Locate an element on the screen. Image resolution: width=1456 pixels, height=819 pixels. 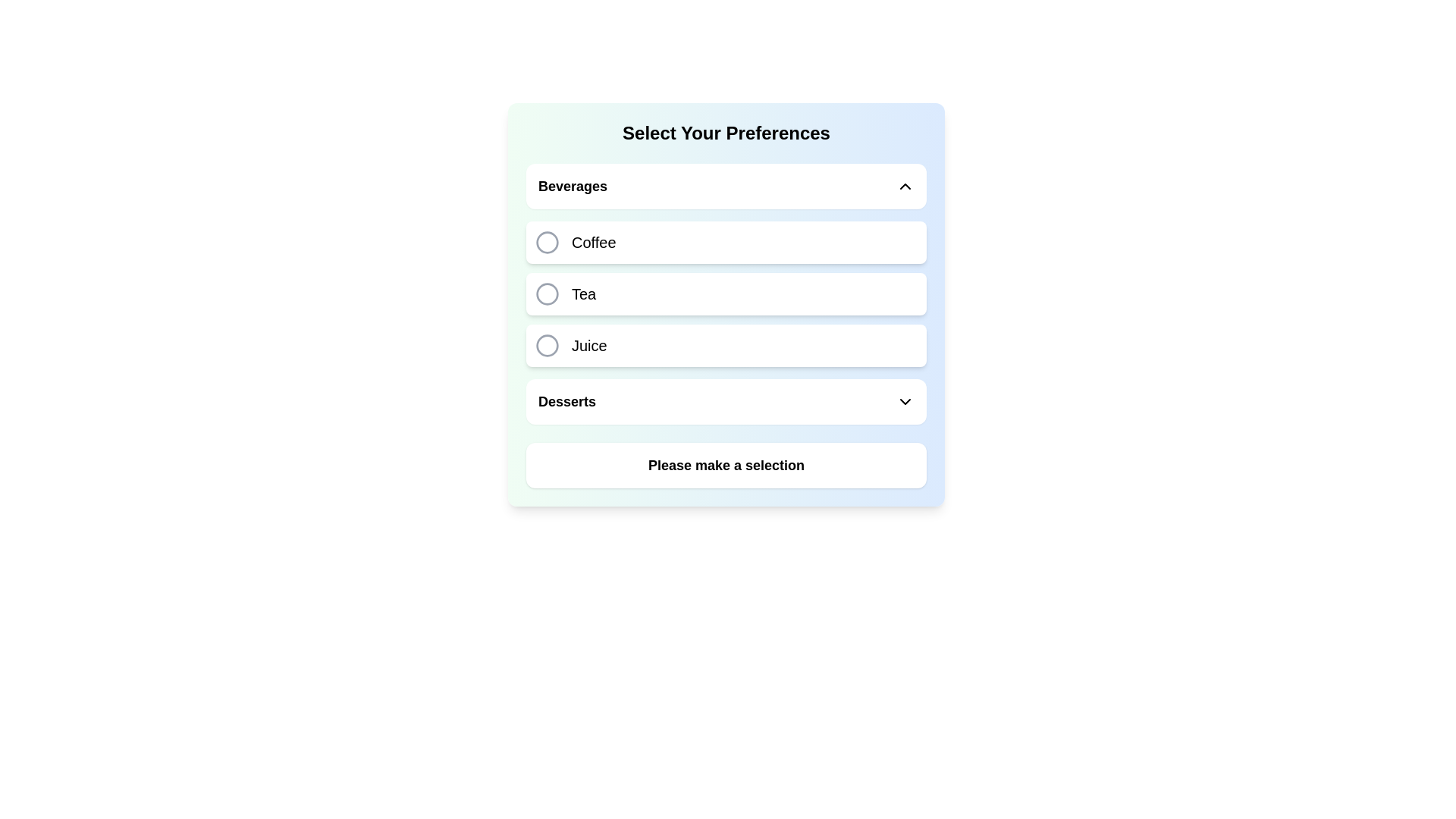
the filled circular radio button indicator located to the left of the 'Coffee' text in the beverage options list is located at coordinates (546, 242).